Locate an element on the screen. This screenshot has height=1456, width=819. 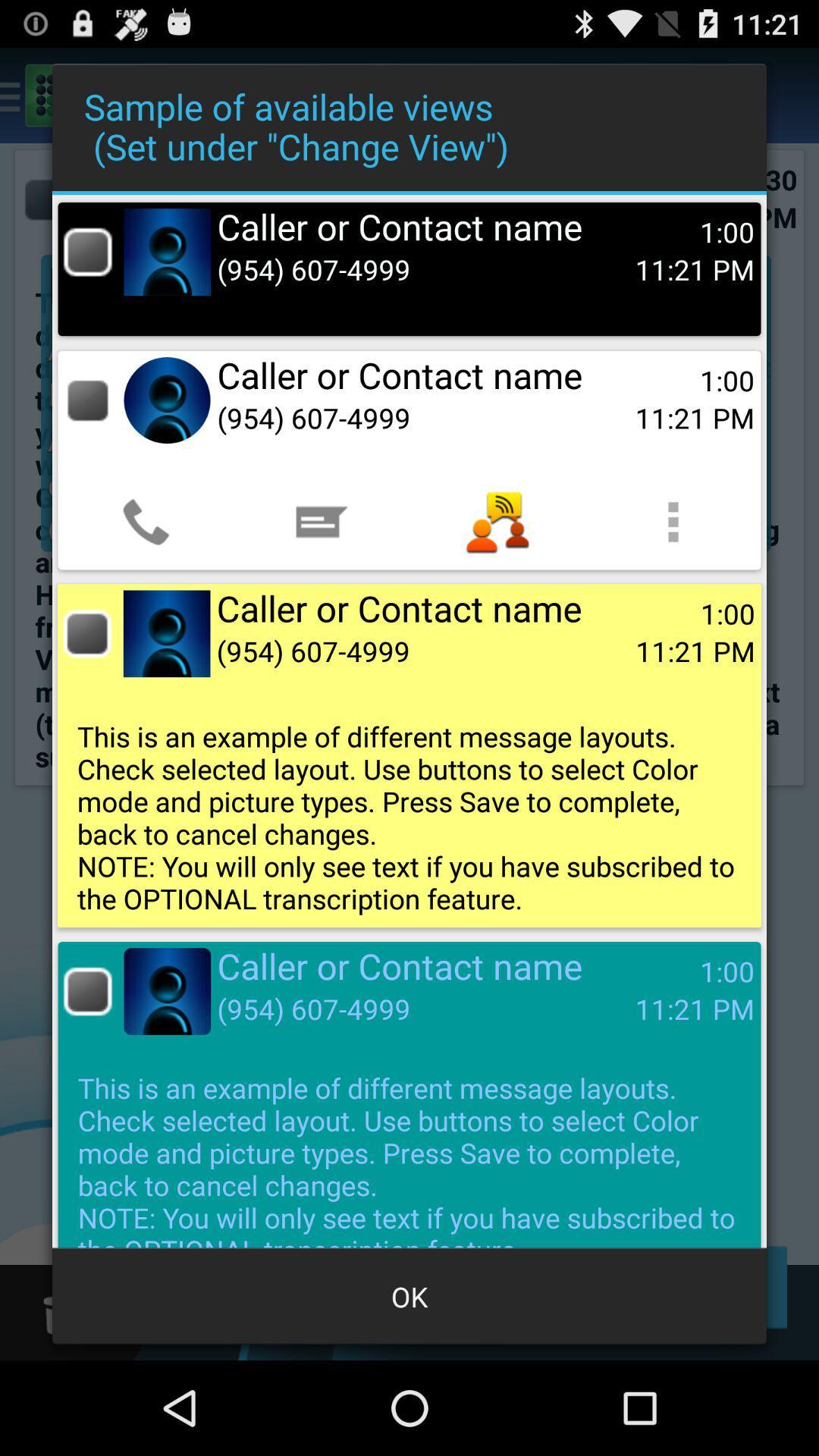
view type is located at coordinates (87, 400).